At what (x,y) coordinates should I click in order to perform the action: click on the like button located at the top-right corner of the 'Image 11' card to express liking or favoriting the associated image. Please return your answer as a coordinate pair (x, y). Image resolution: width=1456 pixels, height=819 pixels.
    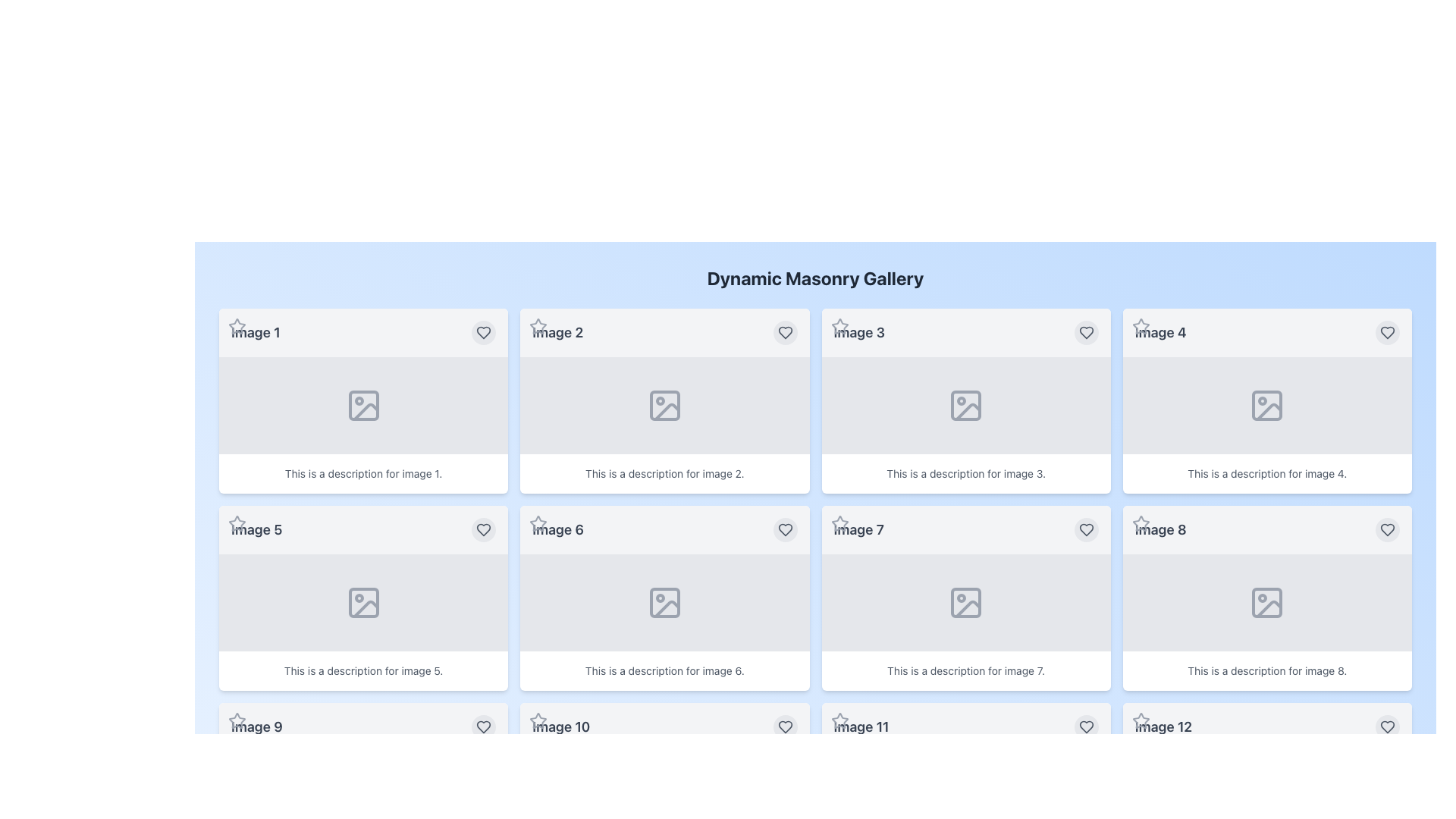
    Looking at the image, I should click on (1085, 726).